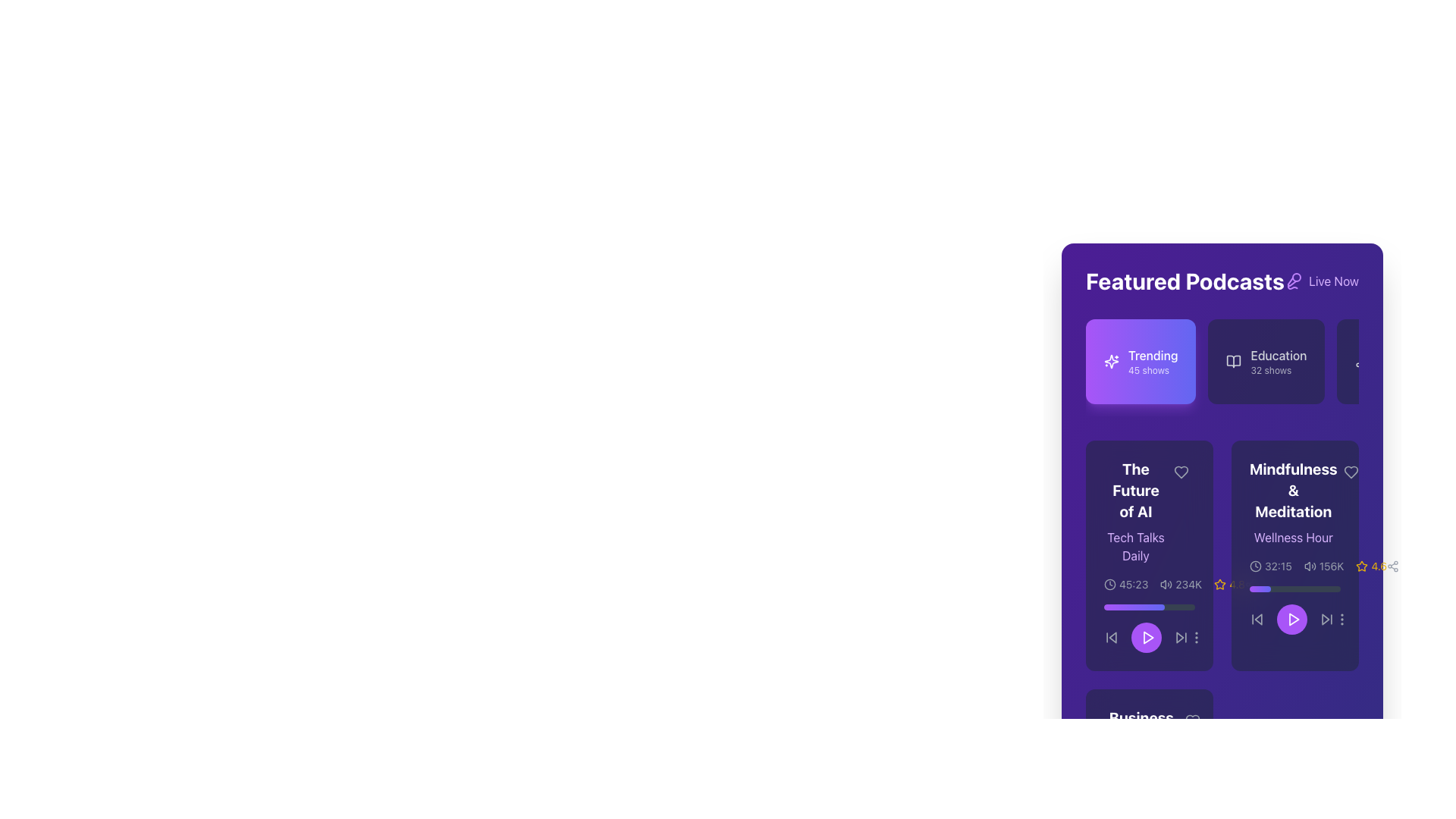  I want to click on displayed time from the Label showing a clock icon and the text '45:23', which is styled in white on a purple backdrop and is positioned to the left of elements displaying '234K' and '4.8', so click(1126, 584).